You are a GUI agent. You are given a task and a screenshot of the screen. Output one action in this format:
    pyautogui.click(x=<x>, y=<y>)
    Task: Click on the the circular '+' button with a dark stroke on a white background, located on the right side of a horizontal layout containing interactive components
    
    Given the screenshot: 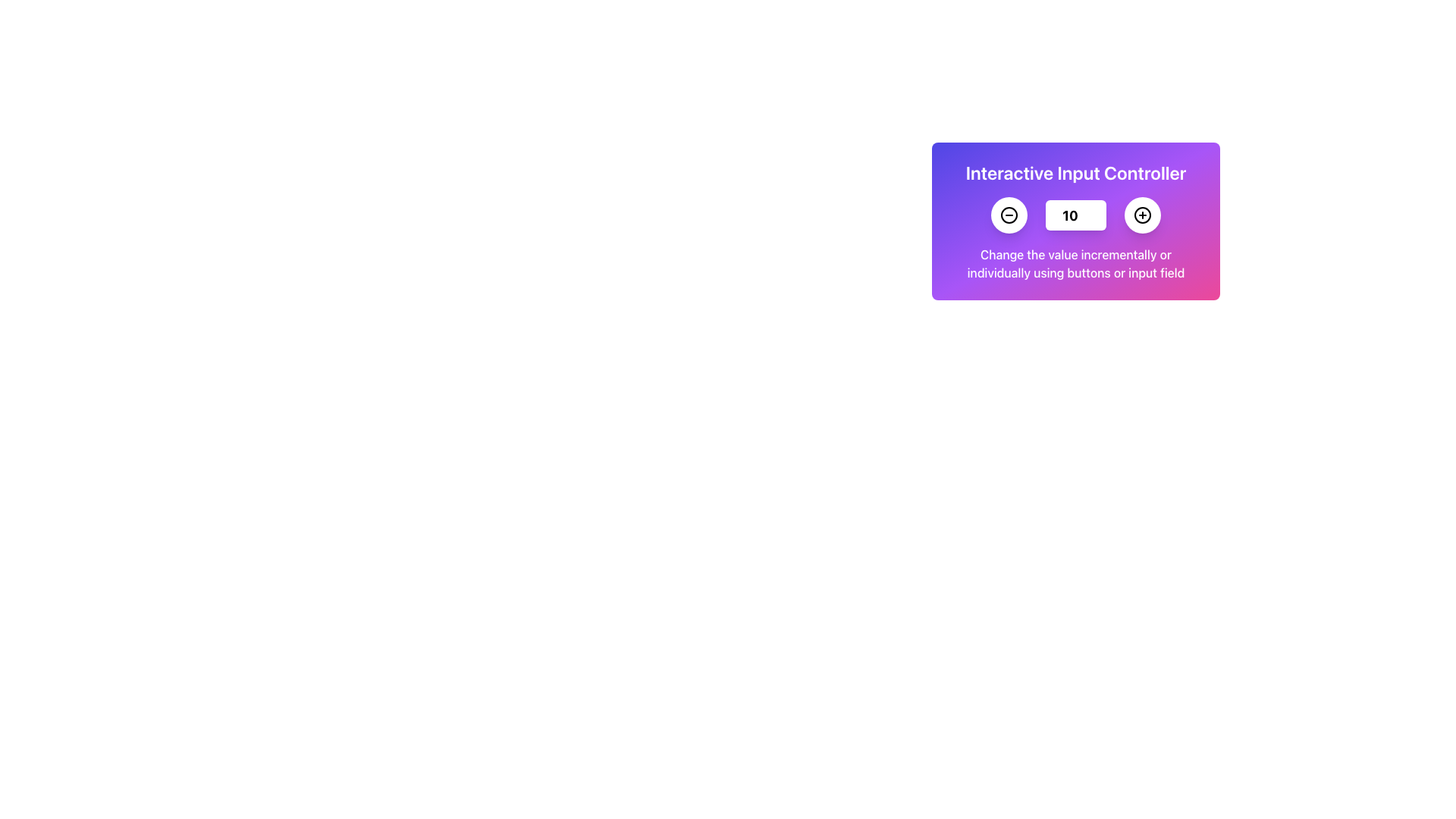 What is the action you would take?
    pyautogui.click(x=1143, y=215)
    